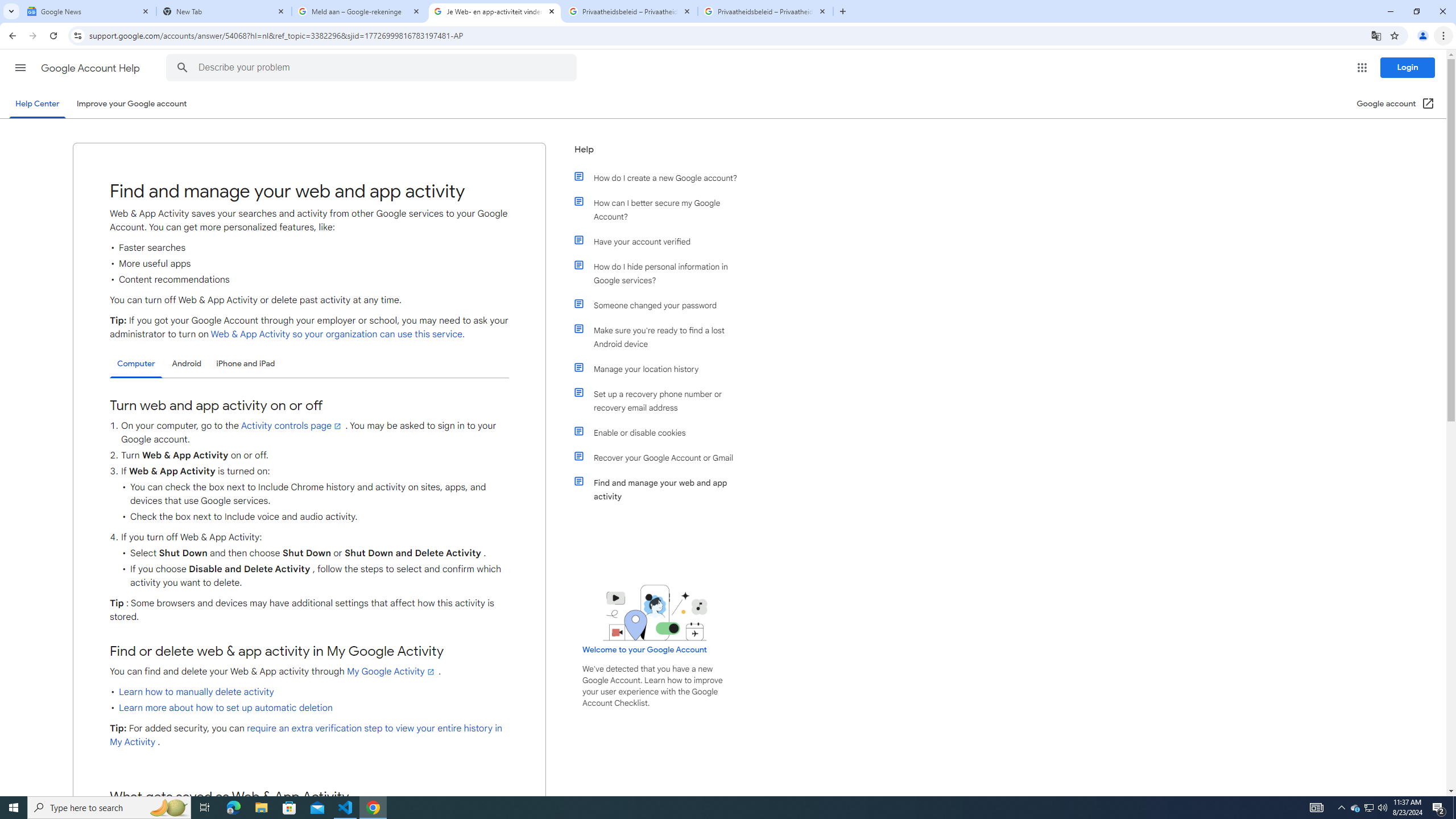 Image resolution: width=1456 pixels, height=819 pixels. I want to click on 'Make sure you', so click(661, 336).